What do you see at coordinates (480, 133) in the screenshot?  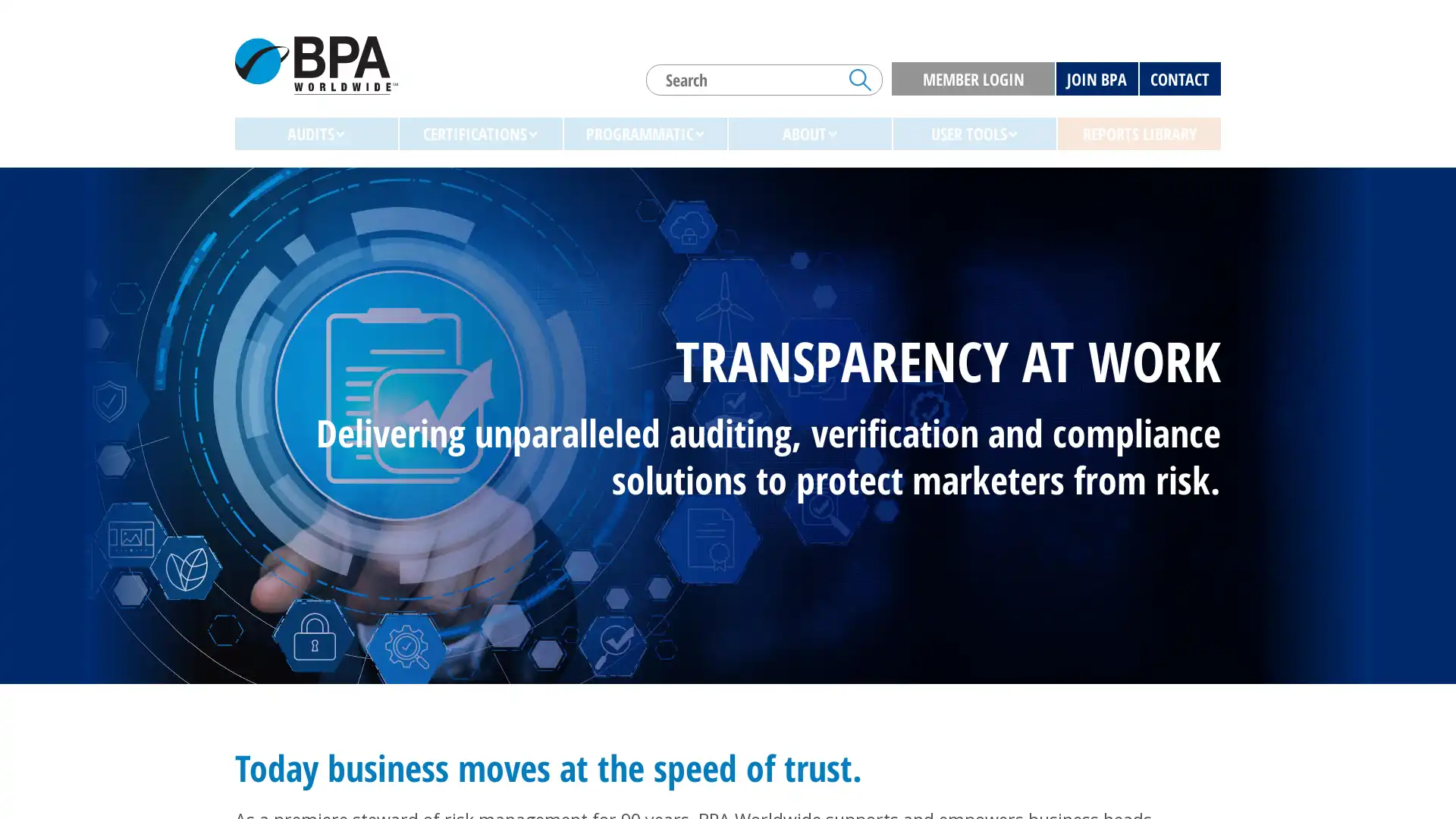 I see `CERTIFICATIONS` at bounding box center [480, 133].